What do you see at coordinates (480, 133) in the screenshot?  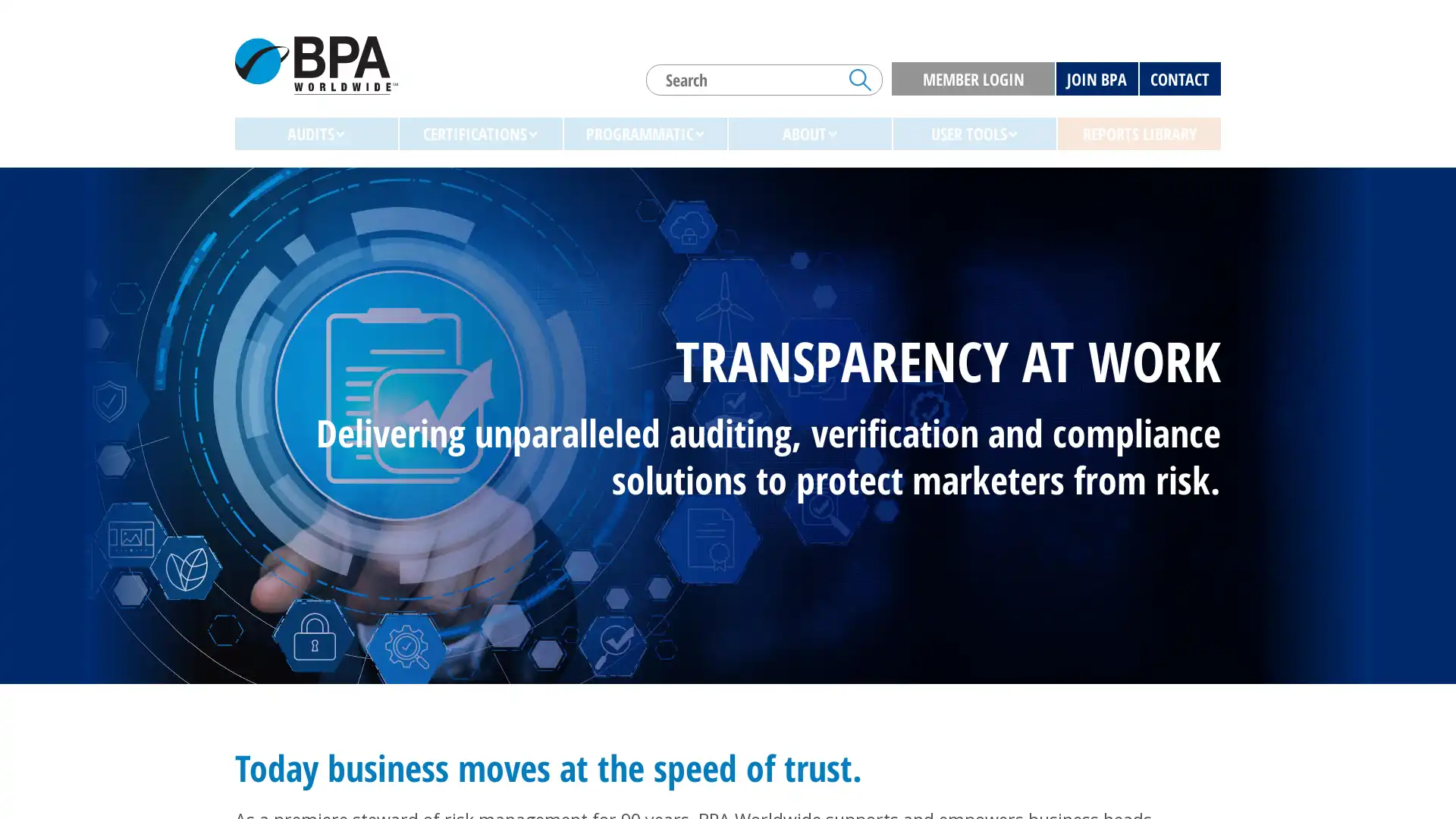 I see `CERTIFICATIONS` at bounding box center [480, 133].